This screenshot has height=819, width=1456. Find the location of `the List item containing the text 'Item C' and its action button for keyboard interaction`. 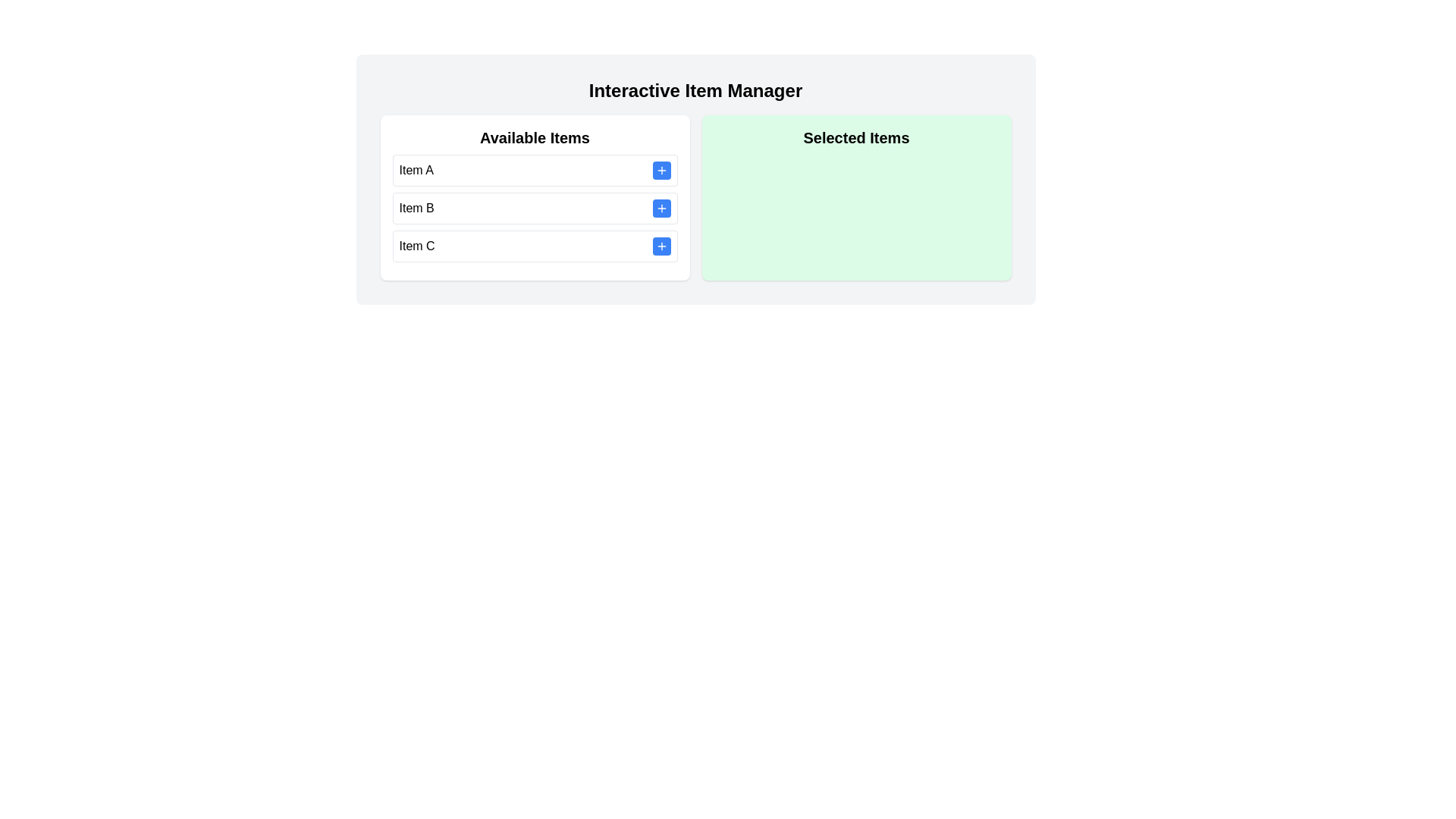

the List item containing the text 'Item C' and its action button for keyboard interaction is located at coordinates (535, 245).